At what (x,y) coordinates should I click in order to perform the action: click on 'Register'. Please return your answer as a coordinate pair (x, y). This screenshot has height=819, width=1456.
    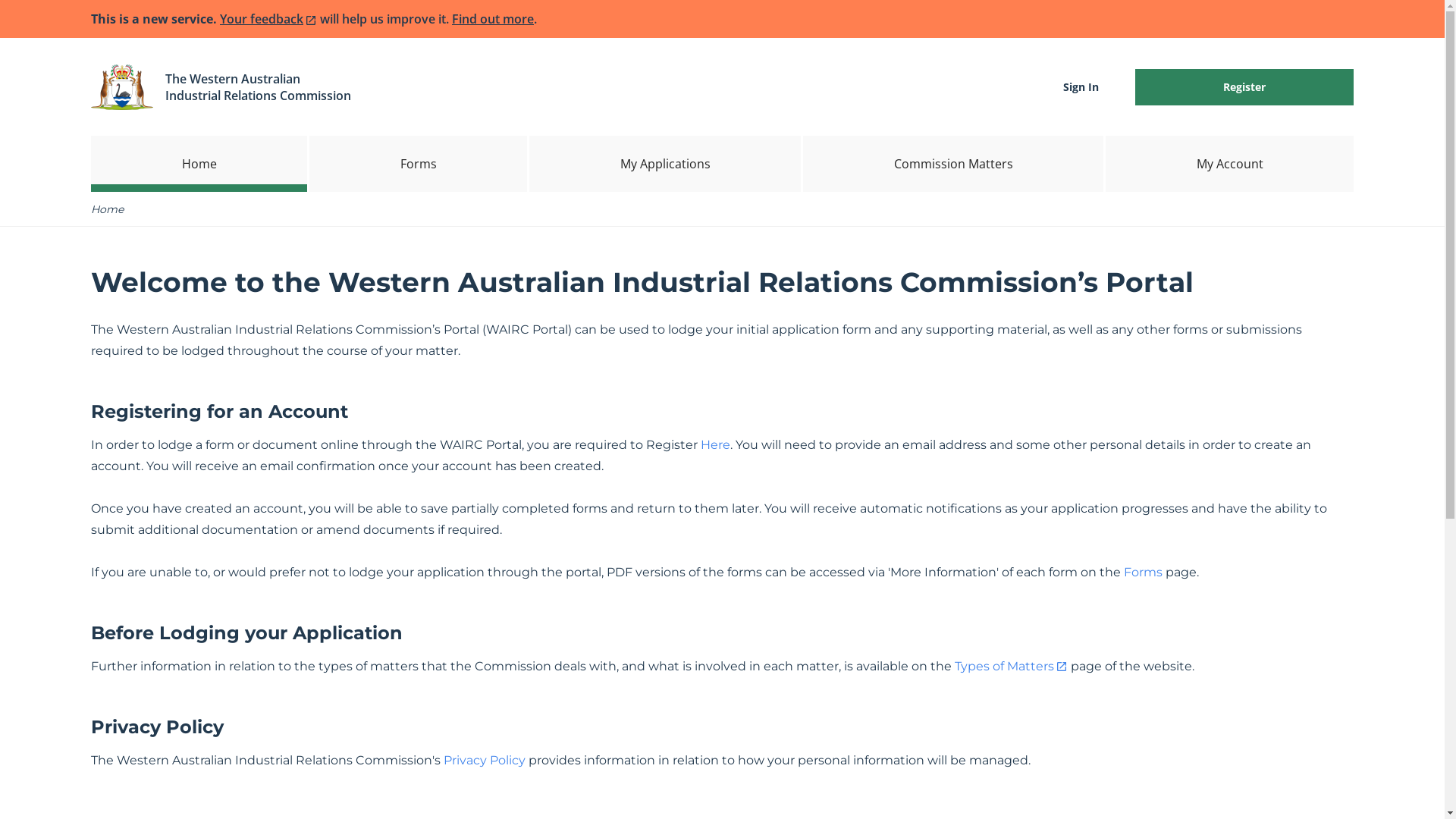
    Looking at the image, I should click on (1244, 87).